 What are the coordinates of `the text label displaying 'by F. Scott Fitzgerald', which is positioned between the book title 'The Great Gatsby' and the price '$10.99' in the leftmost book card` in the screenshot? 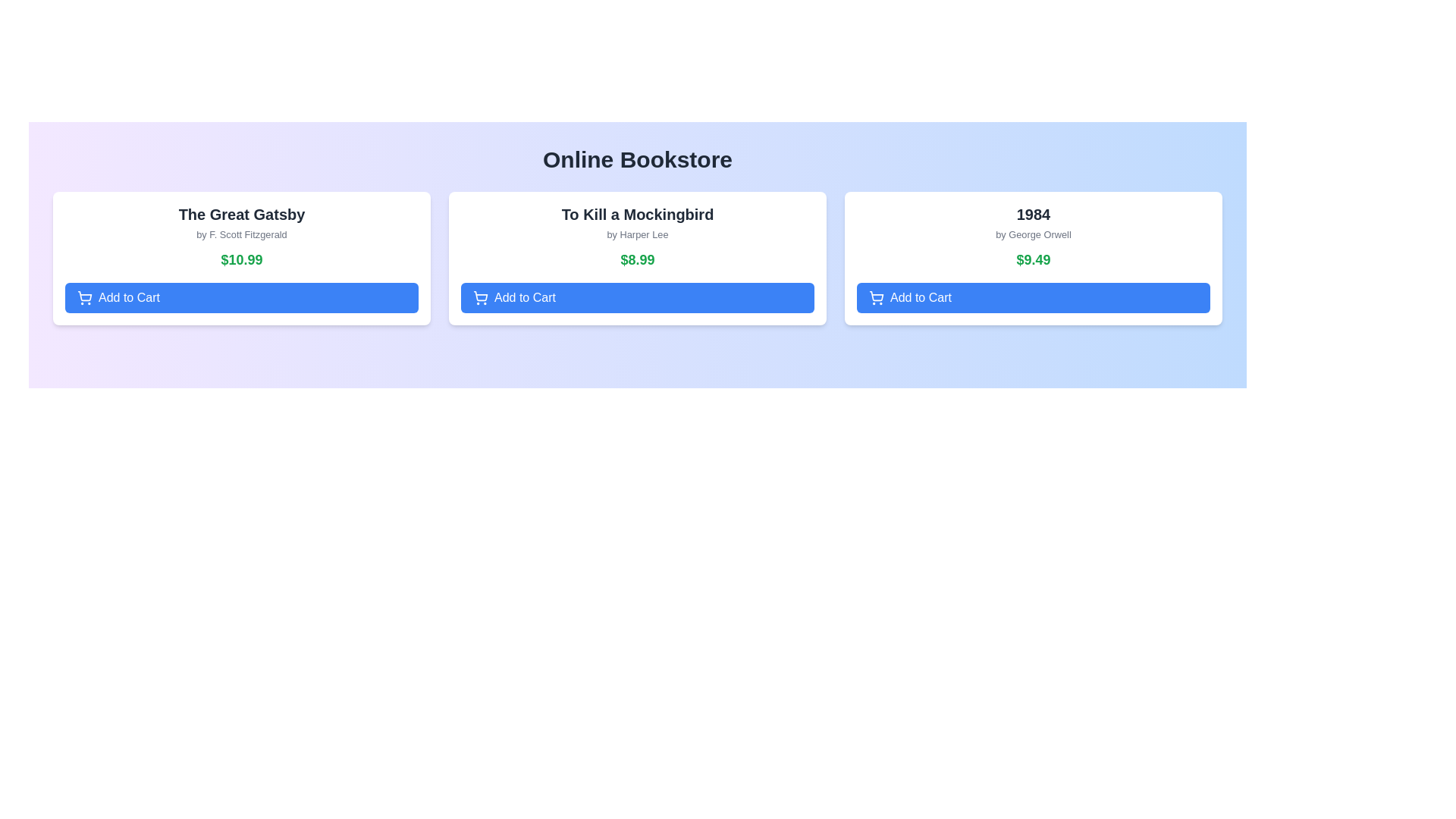 It's located at (240, 234).